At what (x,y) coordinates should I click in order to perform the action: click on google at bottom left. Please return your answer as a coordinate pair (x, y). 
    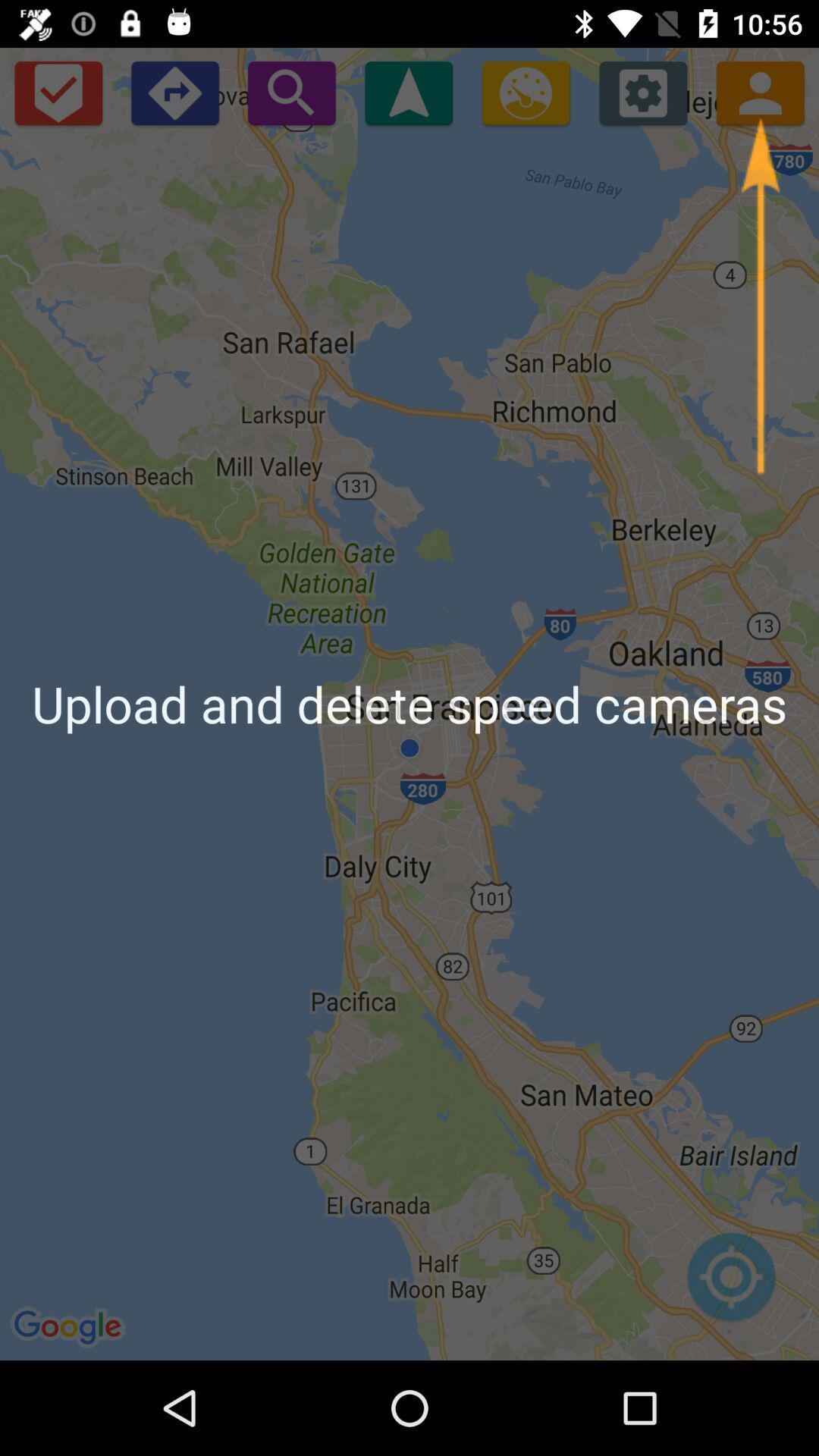
    Looking at the image, I should click on (70, 1328).